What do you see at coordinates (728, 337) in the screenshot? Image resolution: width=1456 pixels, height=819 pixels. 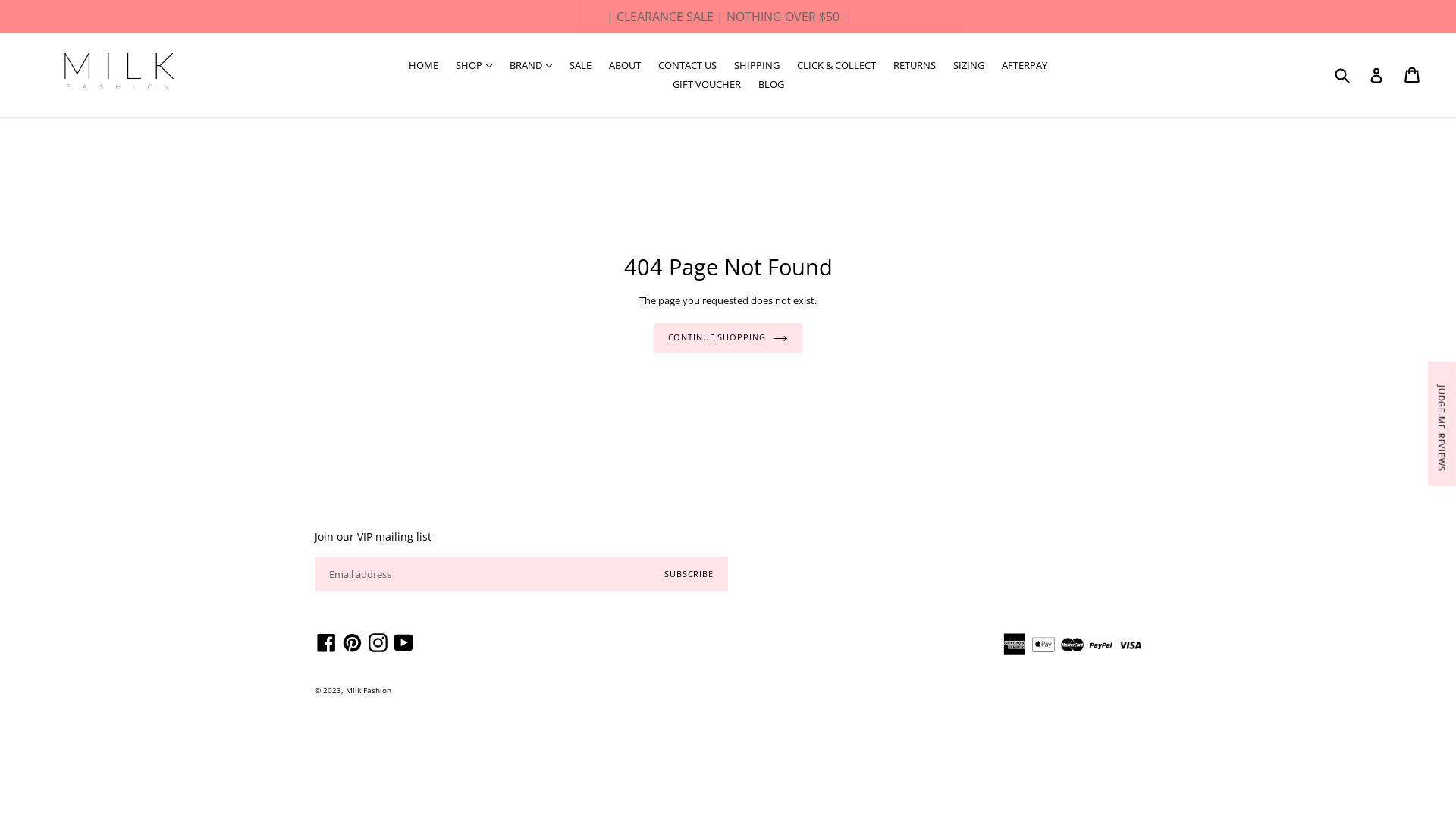 I see `'CONTINUE SHOPPING'` at bounding box center [728, 337].